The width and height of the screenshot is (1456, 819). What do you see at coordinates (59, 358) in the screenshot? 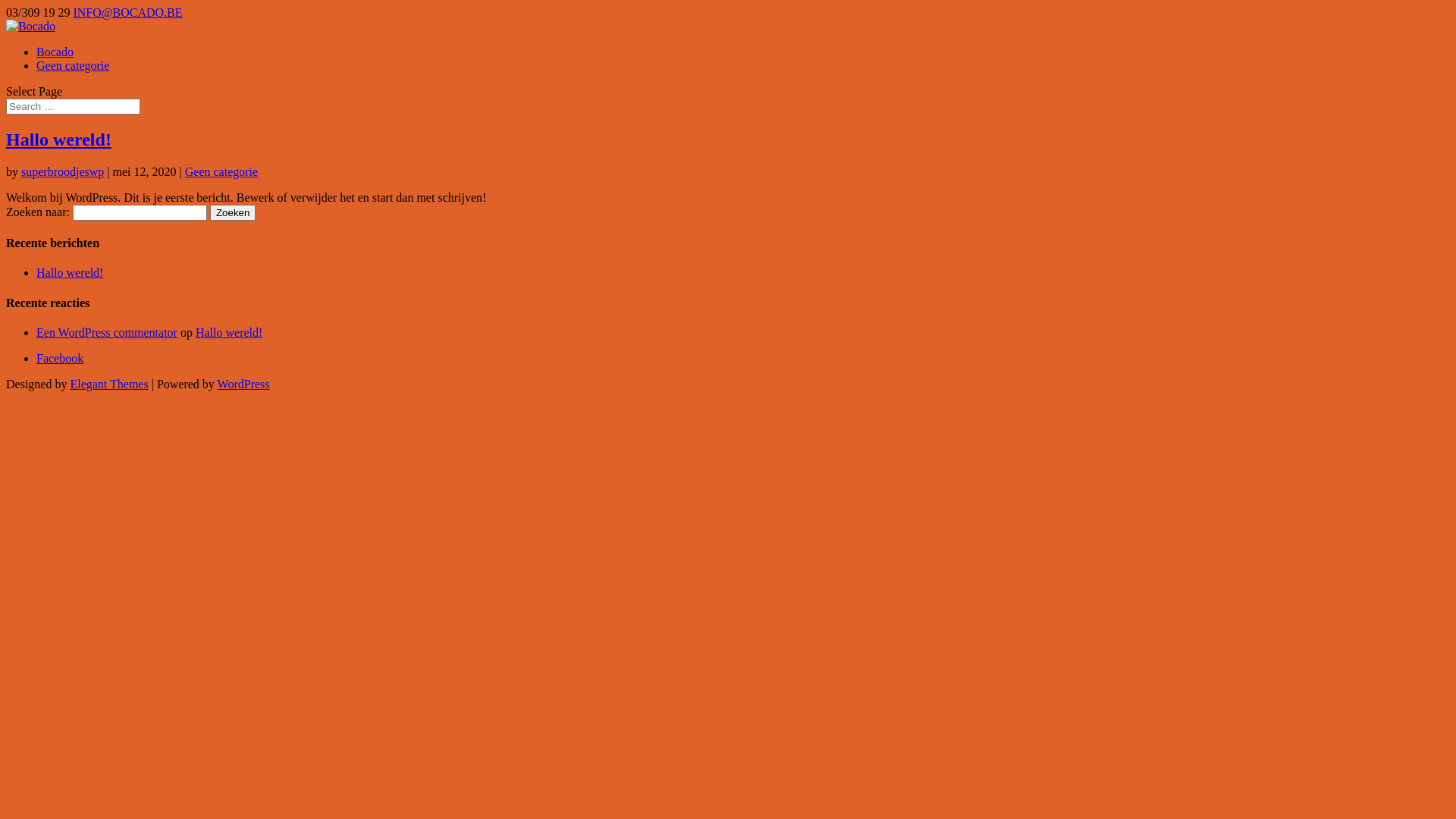
I see `'Facebook'` at bounding box center [59, 358].